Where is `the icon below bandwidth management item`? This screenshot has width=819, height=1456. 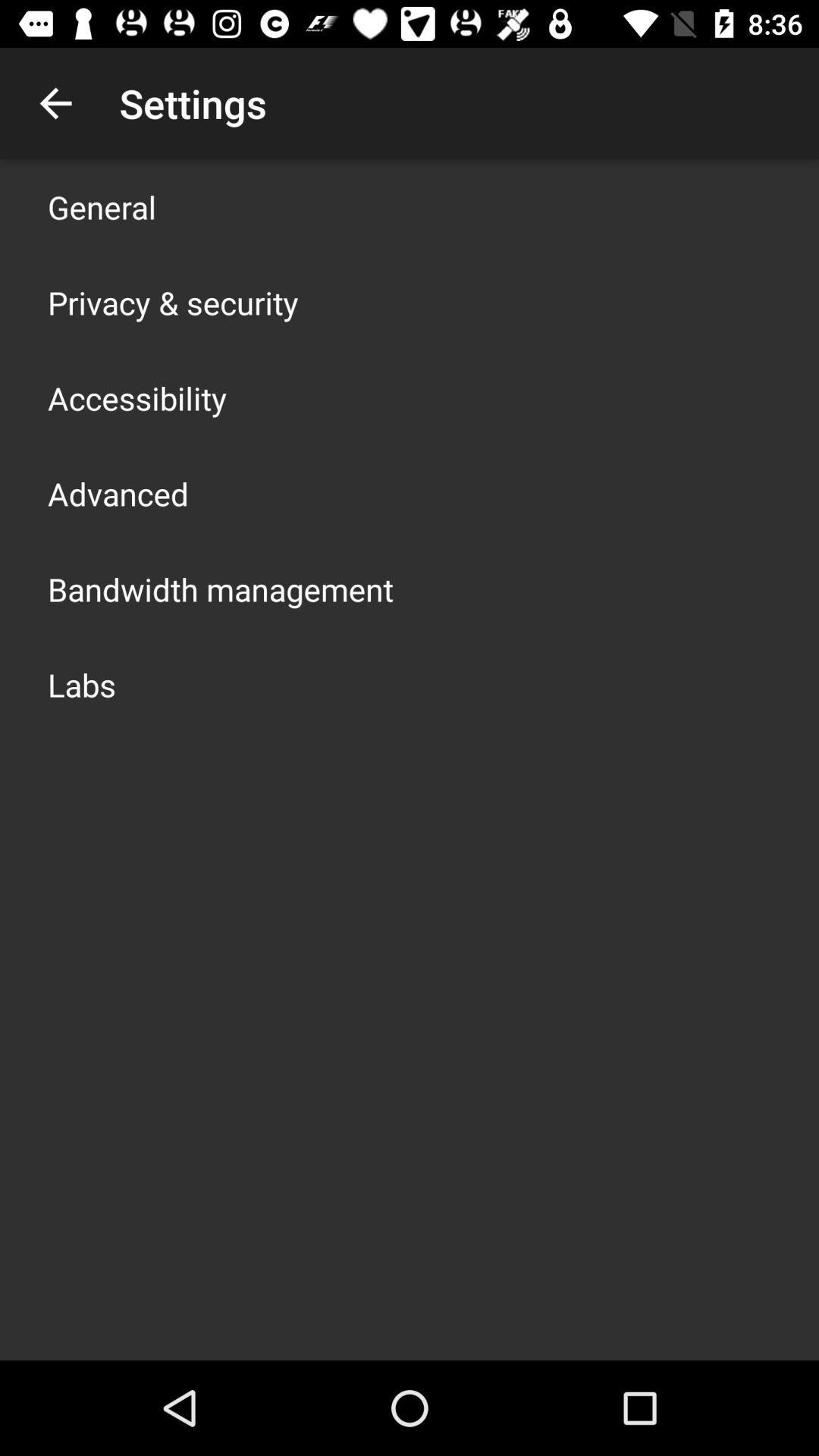 the icon below bandwidth management item is located at coordinates (82, 683).